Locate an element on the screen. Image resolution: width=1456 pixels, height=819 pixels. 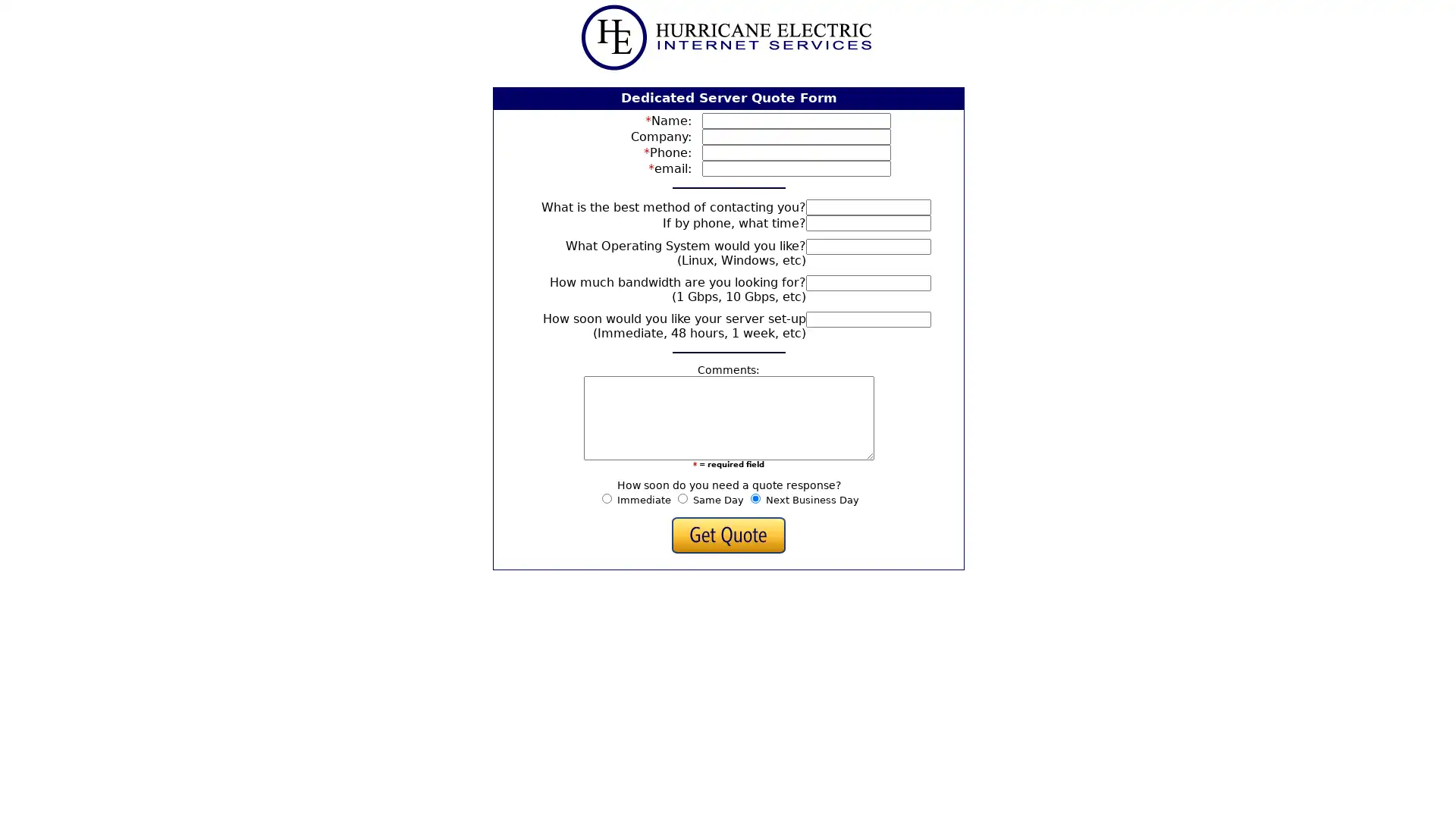
Get Quote is located at coordinates (728, 534).